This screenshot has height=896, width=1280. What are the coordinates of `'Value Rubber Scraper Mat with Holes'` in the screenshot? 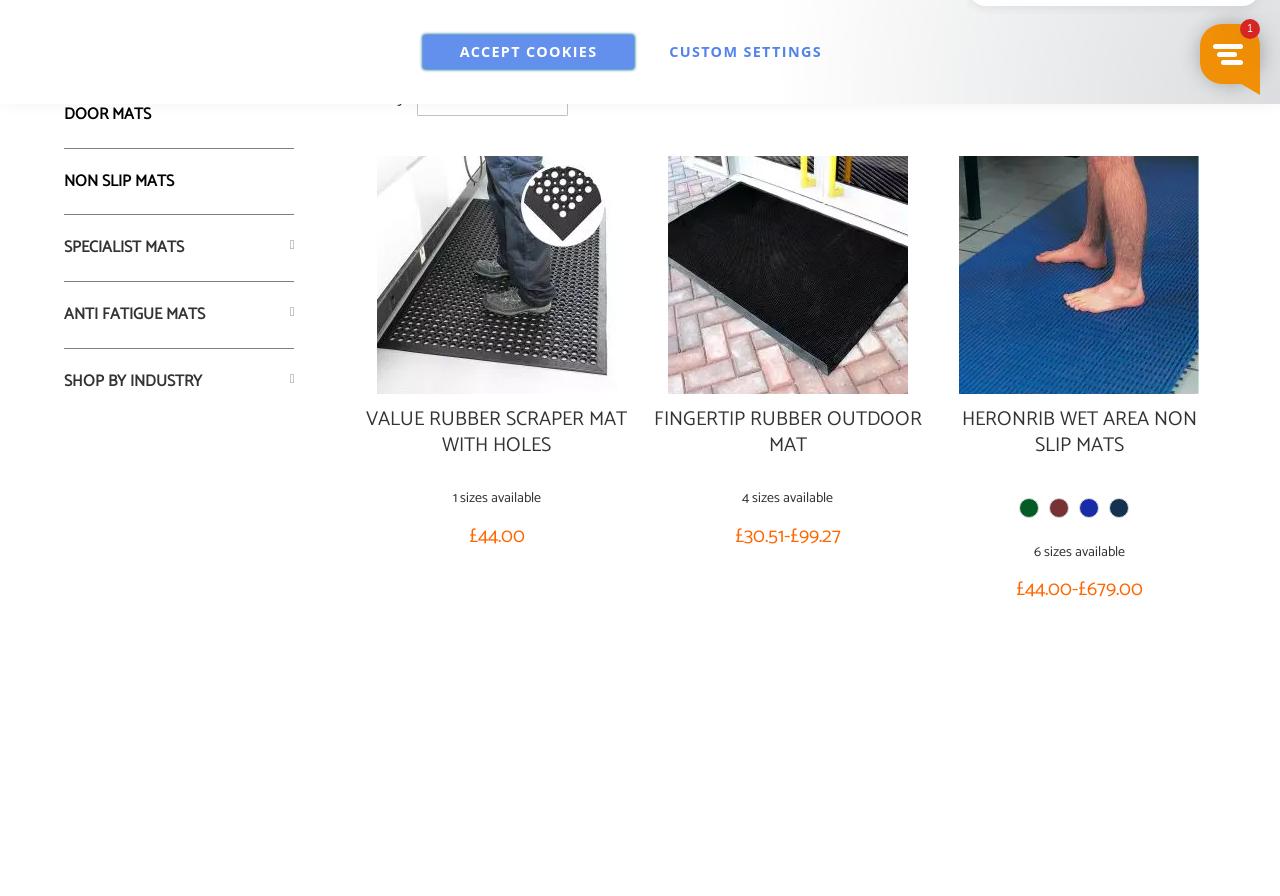 It's located at (365, 432).